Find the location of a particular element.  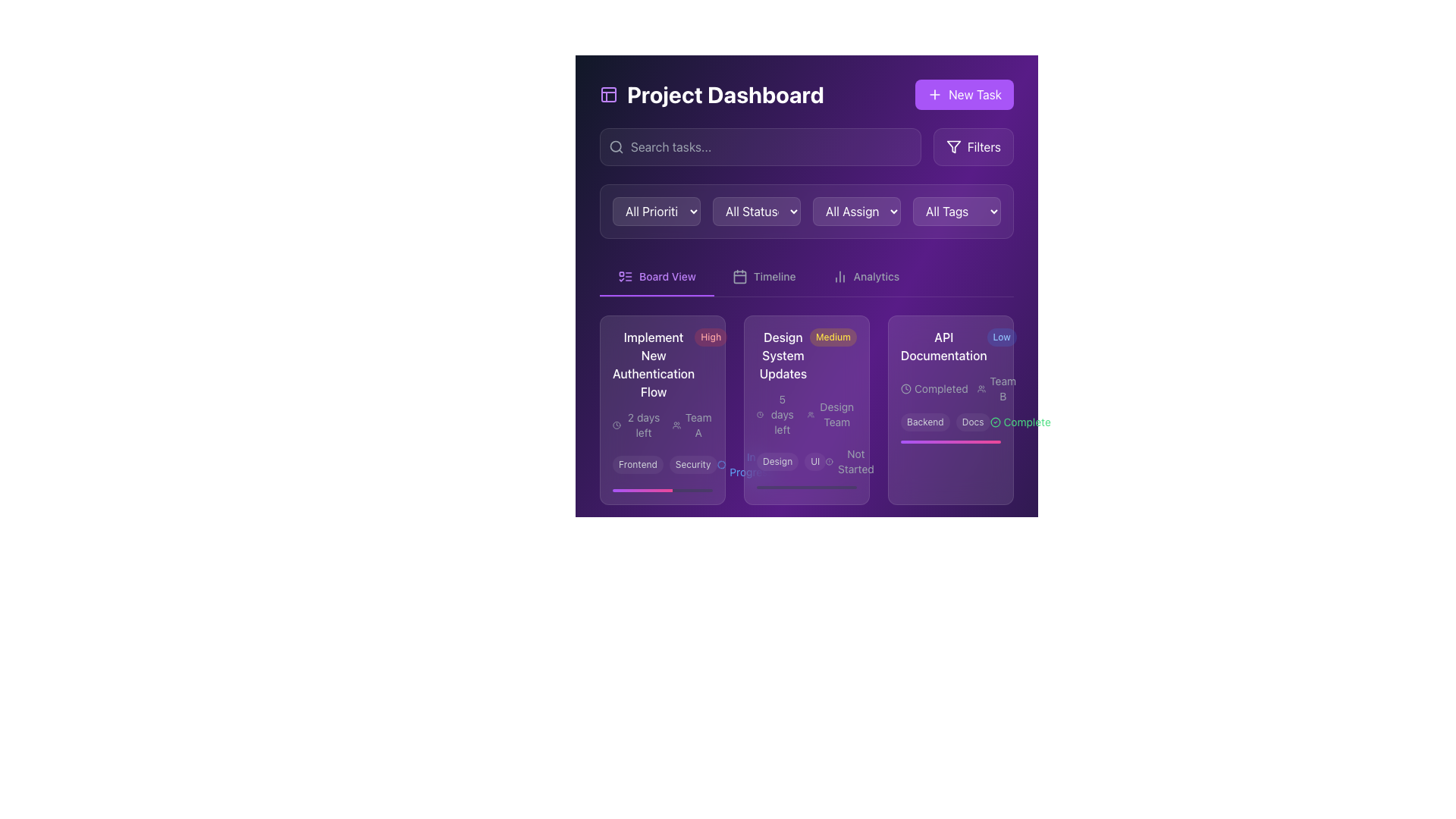

the 'New Task' button located in the top-right corner of the 'Project Dashboard', which has a purple background, white text, and a '+' icon to create a new task is located at coordinates (964, 94).